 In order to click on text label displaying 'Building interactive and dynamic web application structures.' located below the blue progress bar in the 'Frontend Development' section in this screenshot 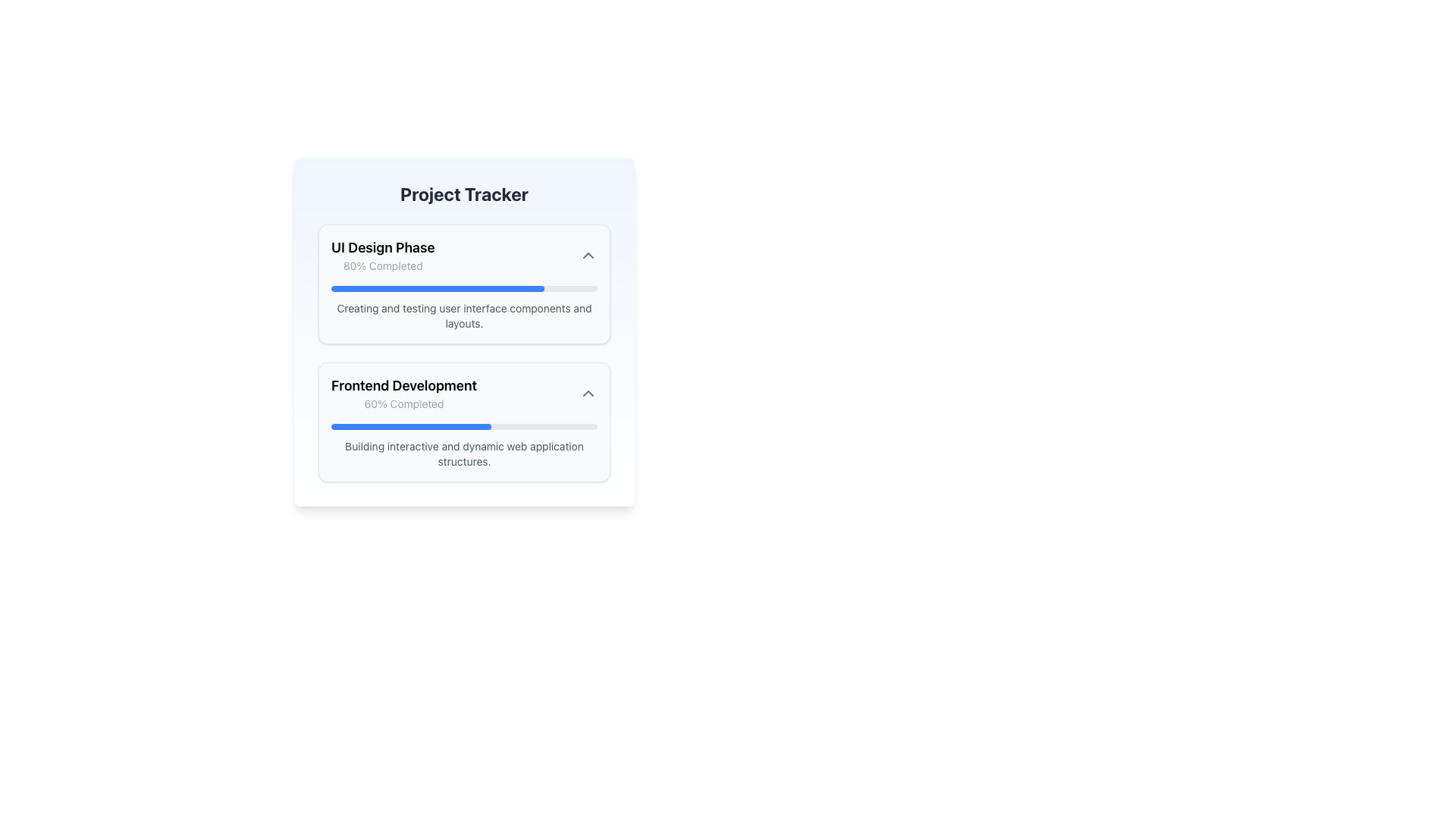, I will do `click(463, 453)`.